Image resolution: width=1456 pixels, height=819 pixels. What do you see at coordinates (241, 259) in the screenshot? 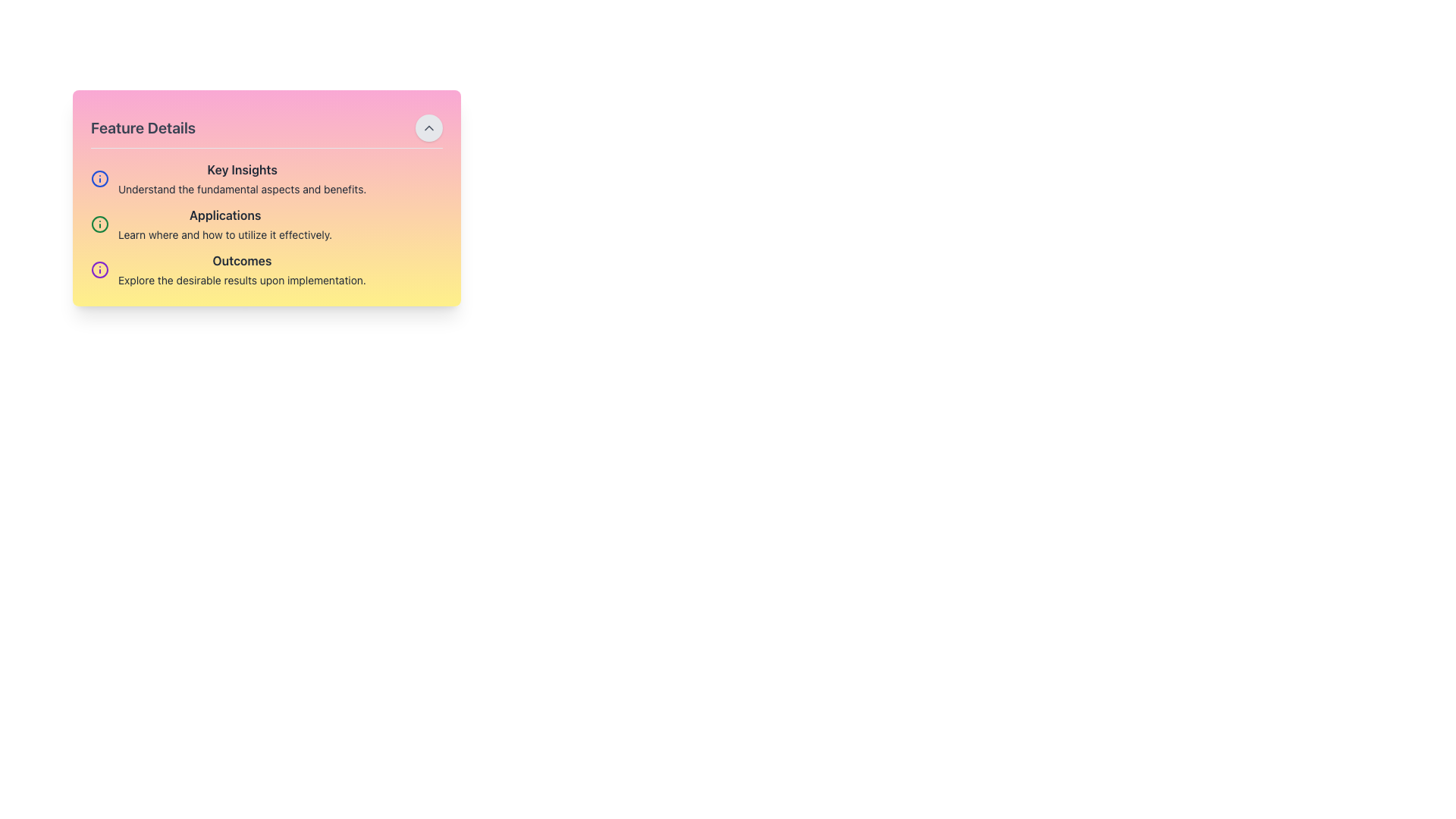
I see `the Text Label that serves as a header for the content under 'Feature Details', which is the third item in the vertical sequence` at bounding box center [241, 259].